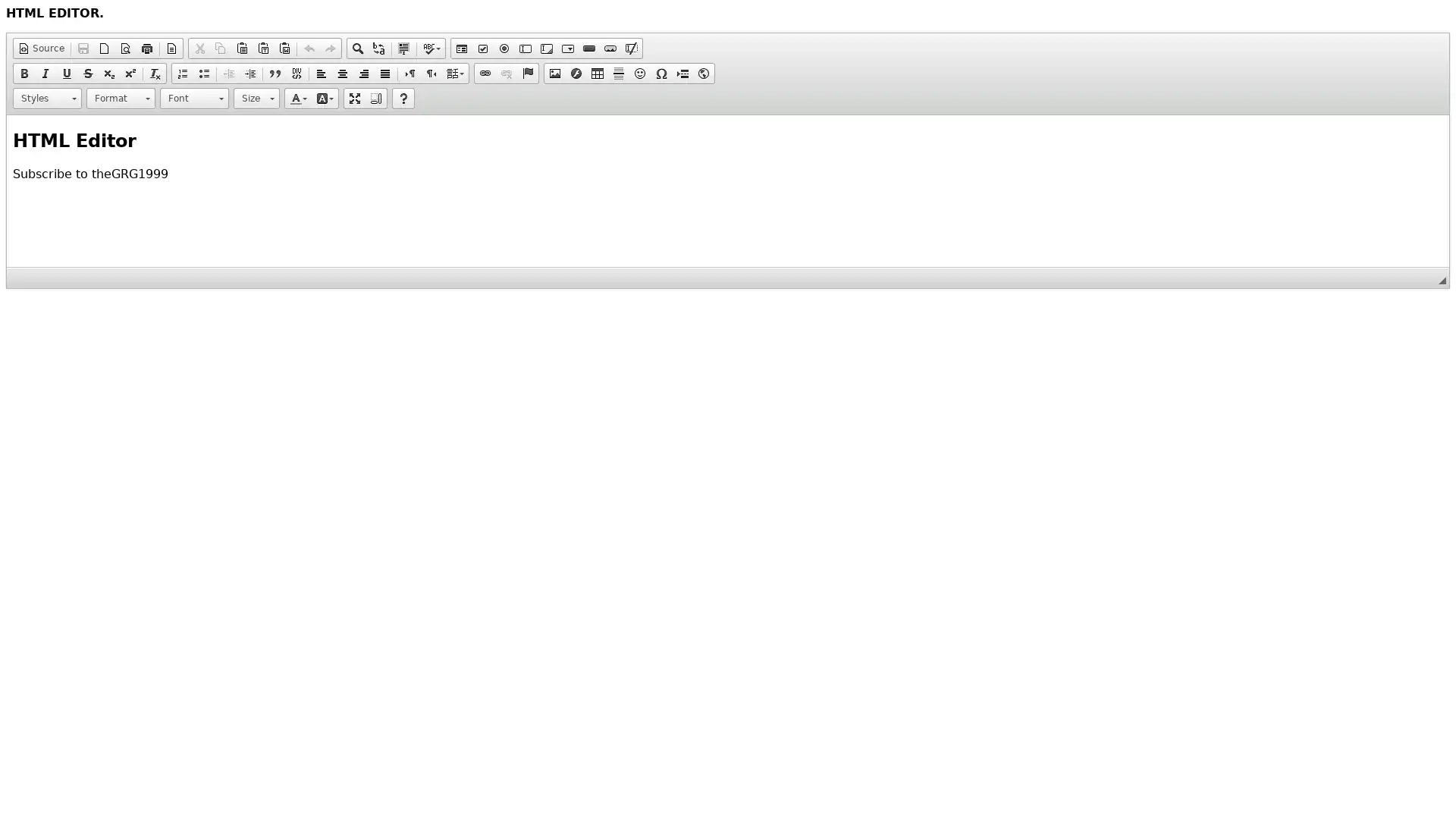 The image size is (1456, 819). Describe the element at coordinates (171, 48) in the screenshot. I see `Templates` at that location.